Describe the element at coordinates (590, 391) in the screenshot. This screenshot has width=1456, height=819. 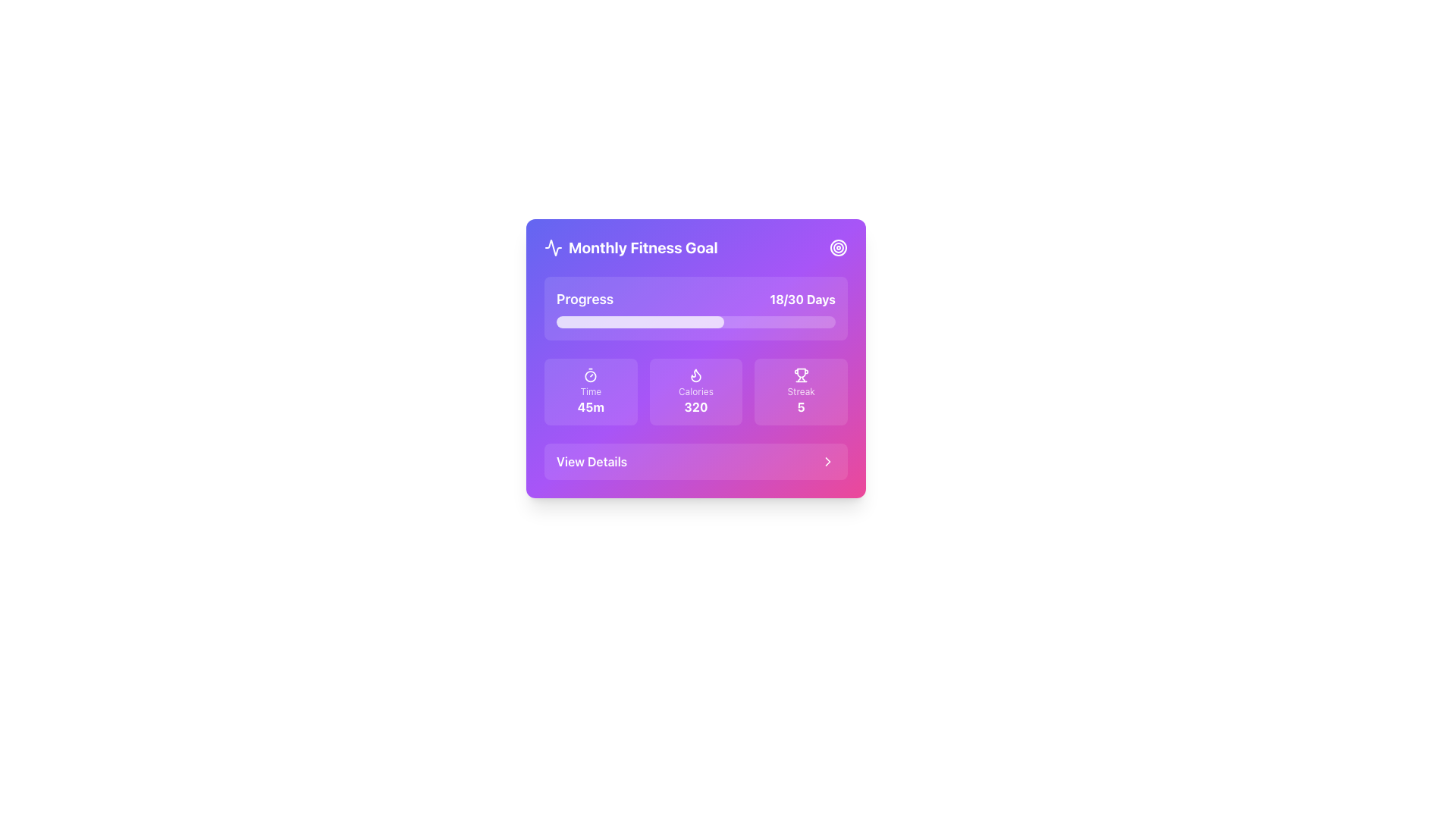
I see `the text element displaying 'Time' in small-sized, light white text on a purple background, located beneath the circular timer icon and above the bold text '45m'` at that location.